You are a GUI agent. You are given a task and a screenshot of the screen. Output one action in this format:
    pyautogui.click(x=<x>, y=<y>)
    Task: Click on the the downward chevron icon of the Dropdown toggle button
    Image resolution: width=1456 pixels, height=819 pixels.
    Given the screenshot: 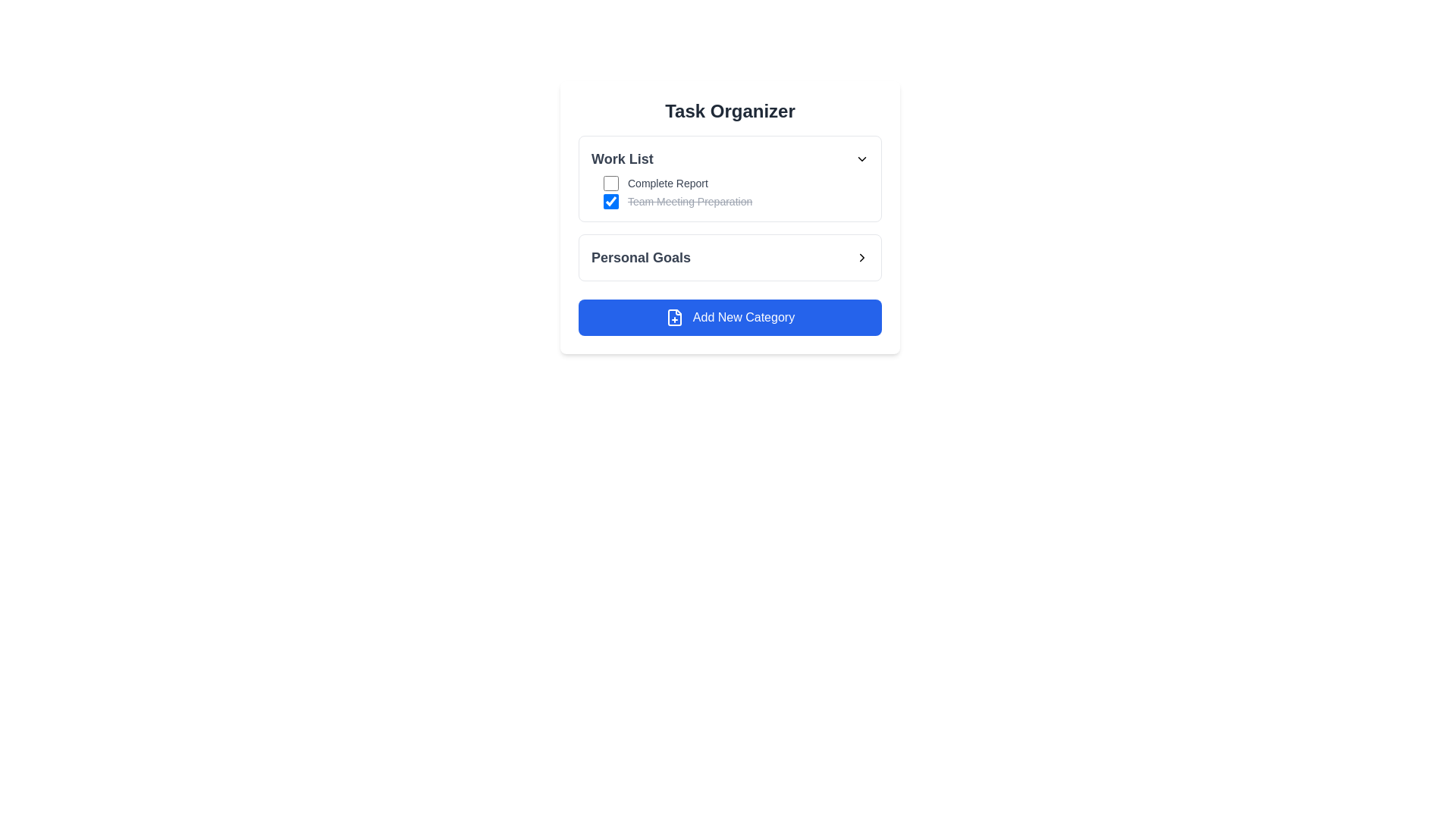 What is the action you would take?
    pyautogui.click(x=862, y=158)
    